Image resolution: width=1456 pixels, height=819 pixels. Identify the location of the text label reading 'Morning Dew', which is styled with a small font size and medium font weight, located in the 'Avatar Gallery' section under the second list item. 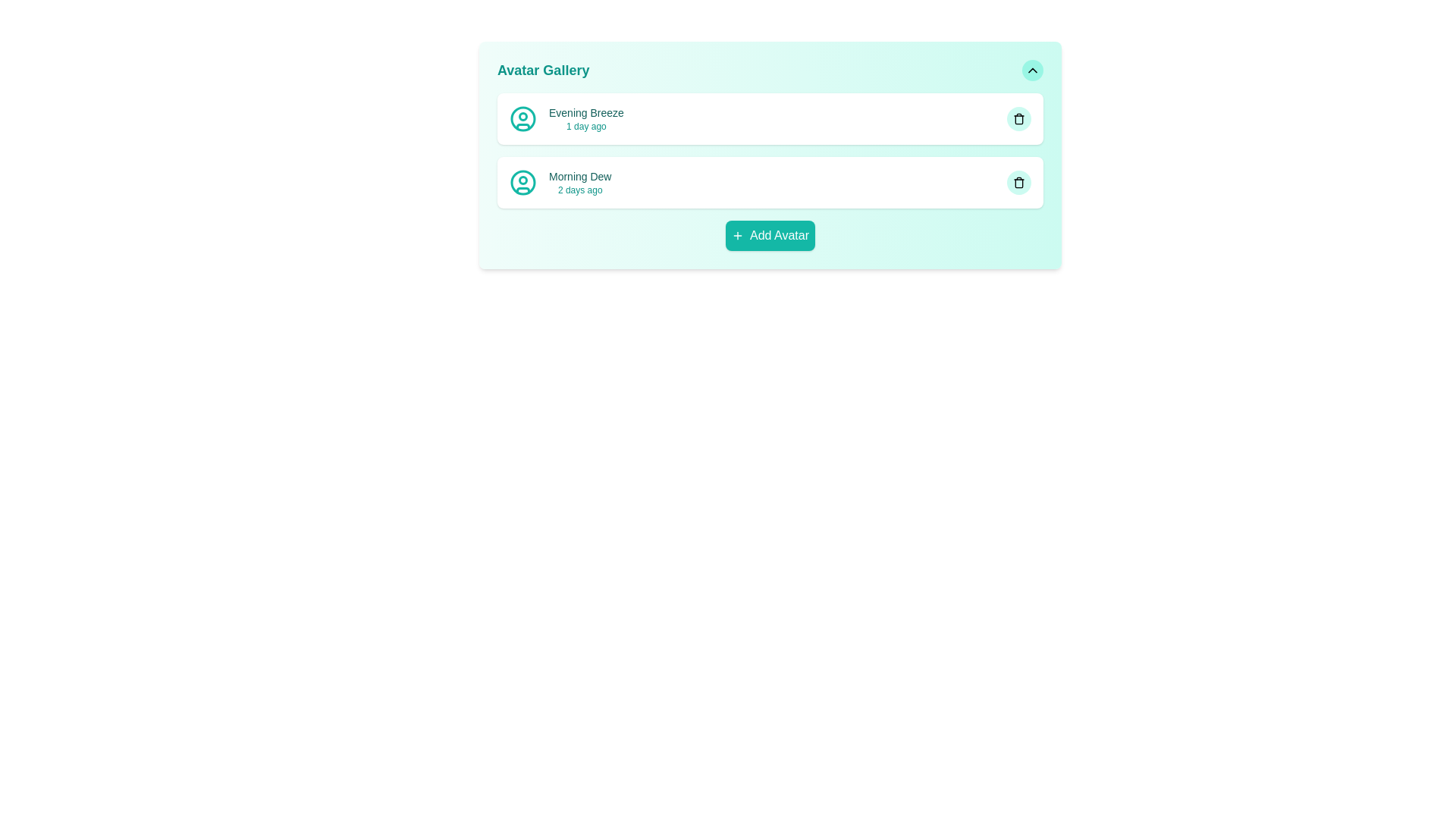
(579, 175).